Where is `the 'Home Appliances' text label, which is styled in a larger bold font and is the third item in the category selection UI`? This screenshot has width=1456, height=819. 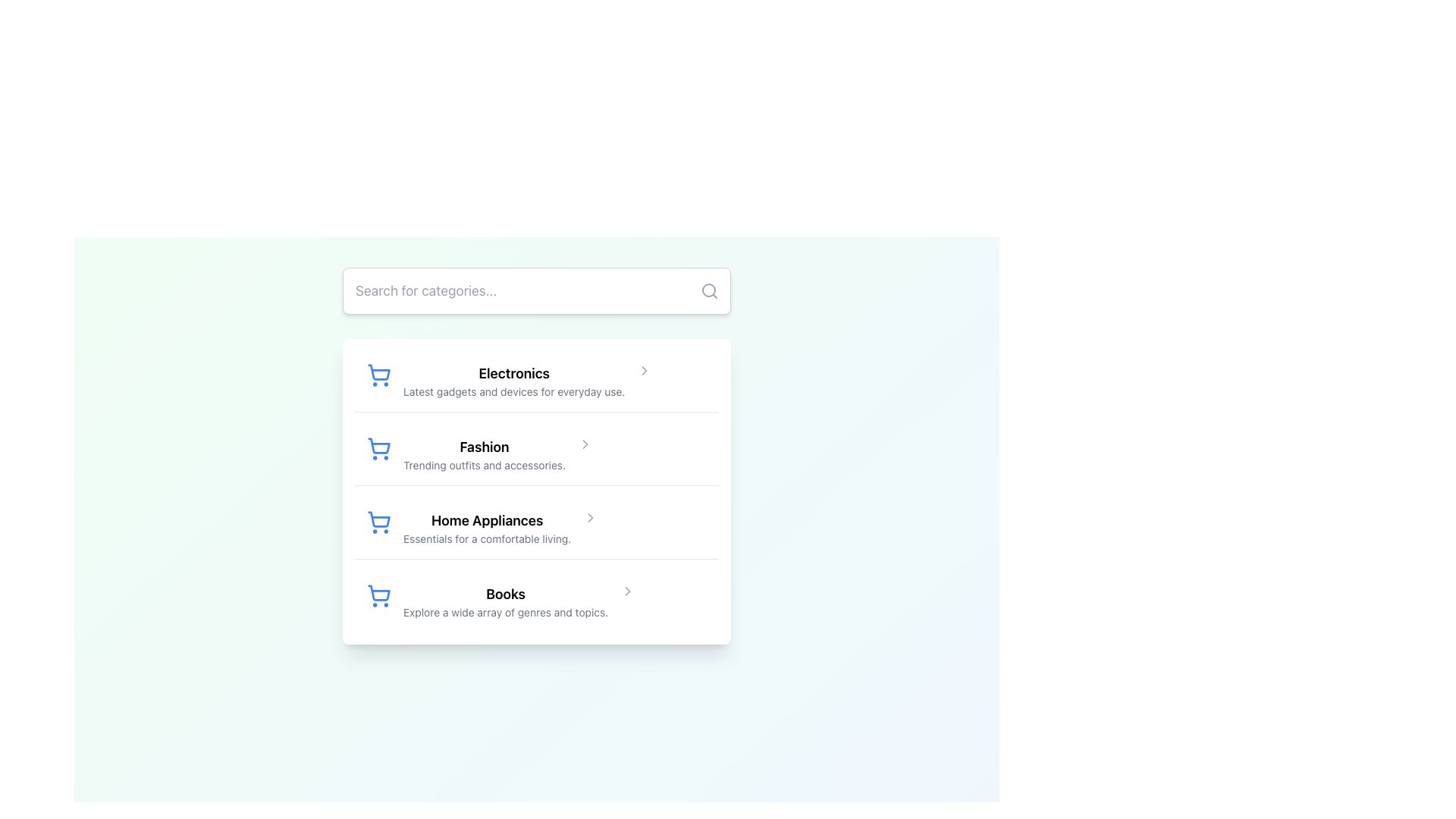 the 'Home Appliances' text label, which is styled in a larger bold font and is the third item in the category selection UI is located at coordinates (487, 519).